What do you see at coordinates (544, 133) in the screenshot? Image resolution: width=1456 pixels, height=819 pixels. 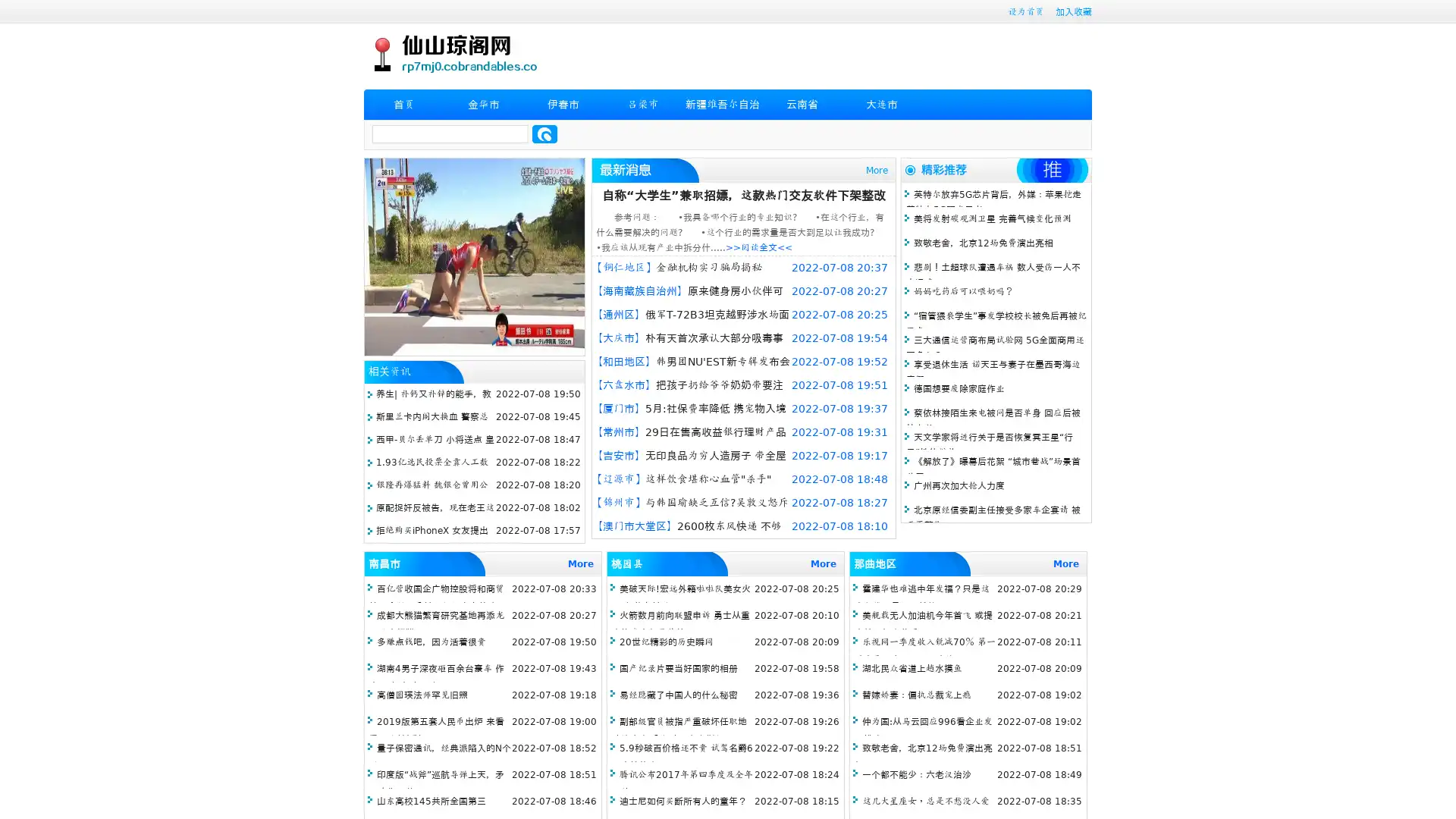 I see `Search` at bounding box center [544, 133].